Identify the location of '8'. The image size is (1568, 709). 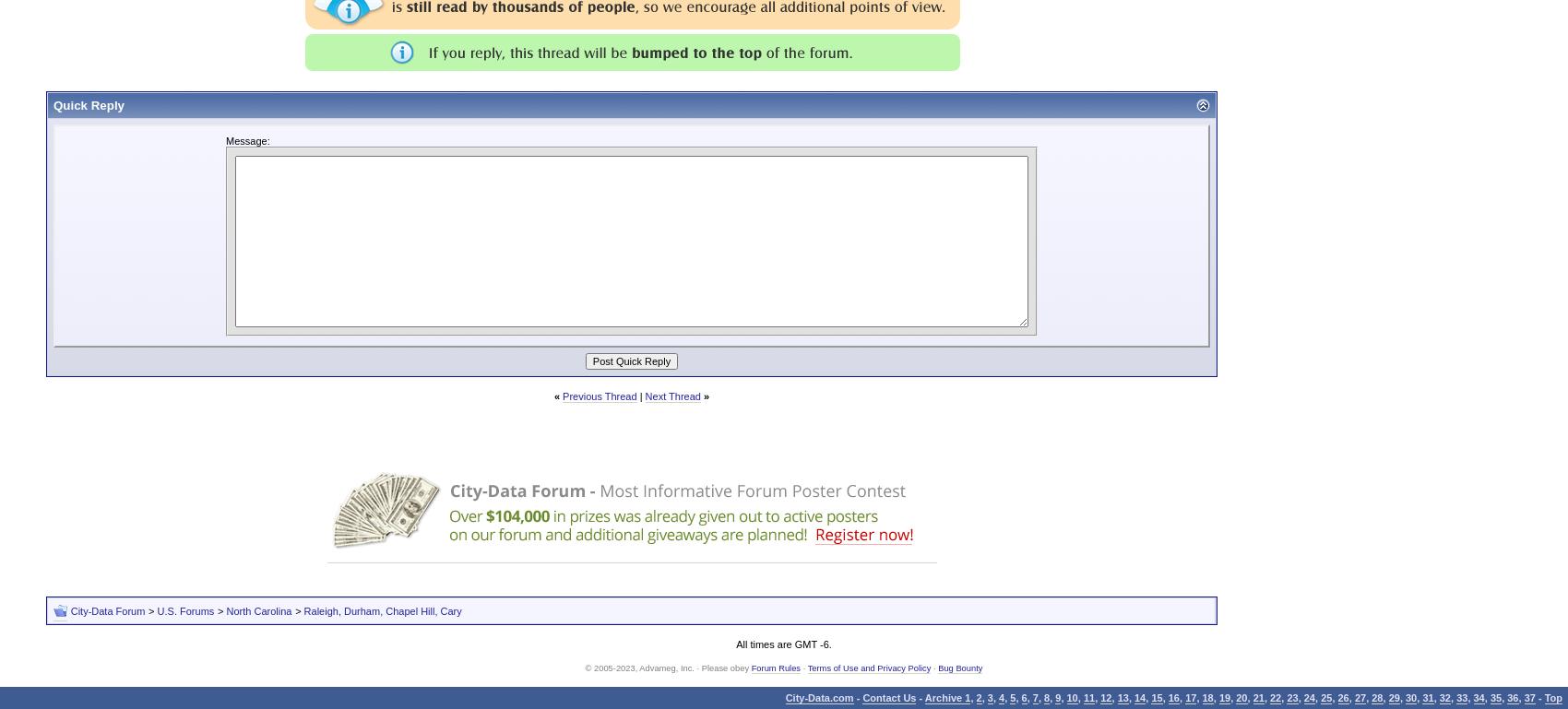
(1044, 697).